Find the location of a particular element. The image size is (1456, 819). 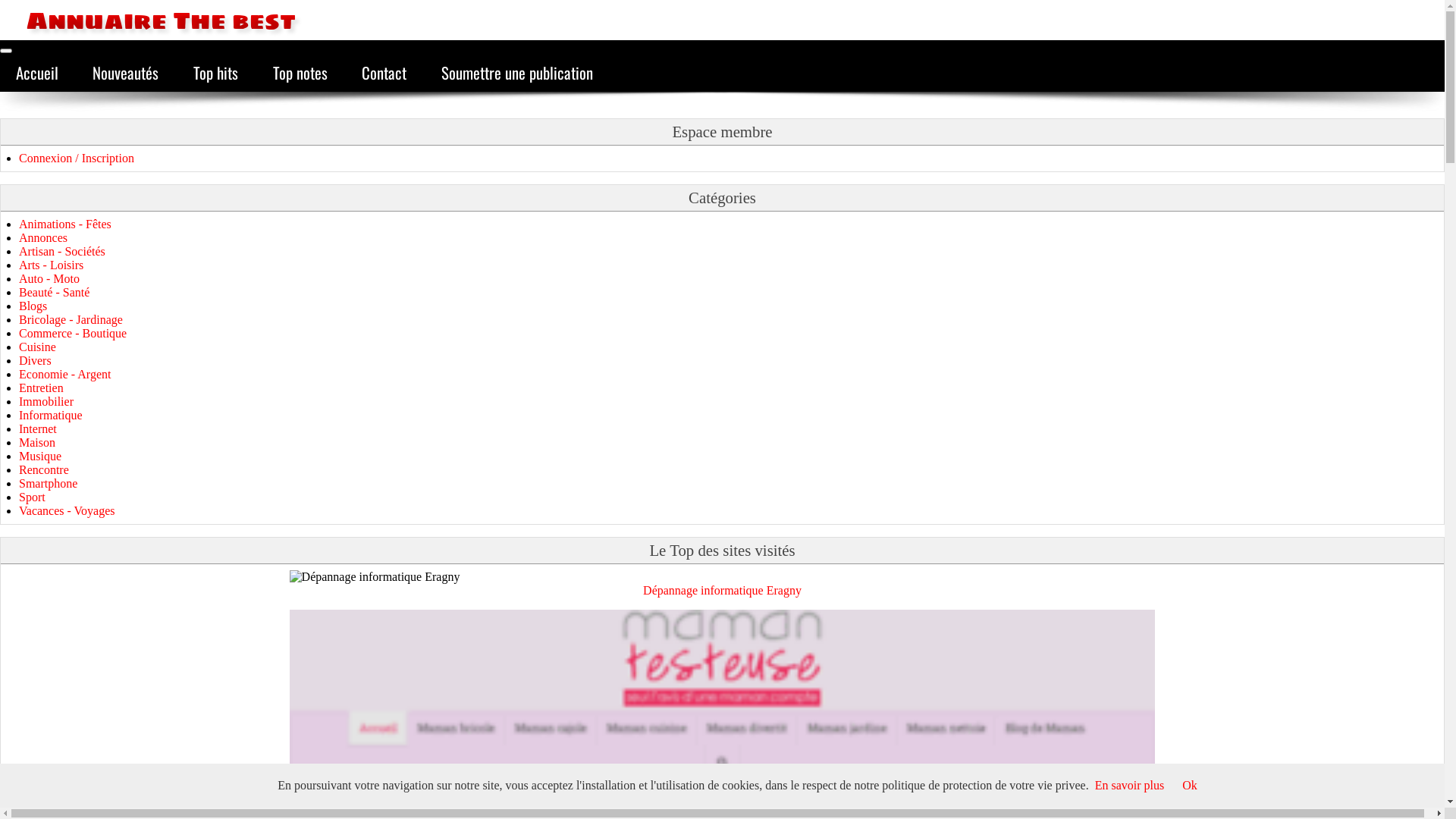

'Arts - Loisirs' is located at coordinates (51, 264).